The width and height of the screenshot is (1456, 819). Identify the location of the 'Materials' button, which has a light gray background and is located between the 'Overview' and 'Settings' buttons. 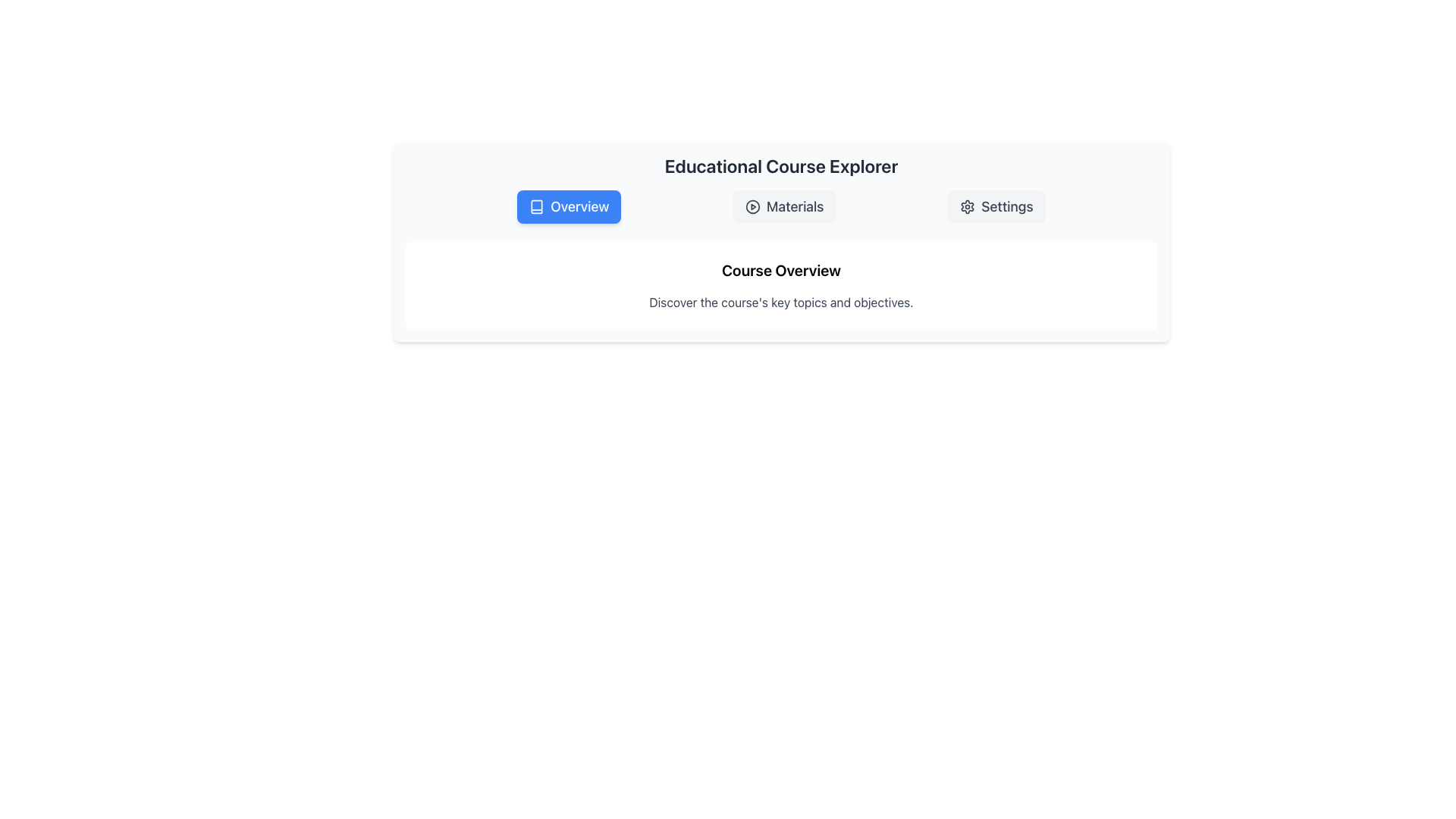
(784, 207).